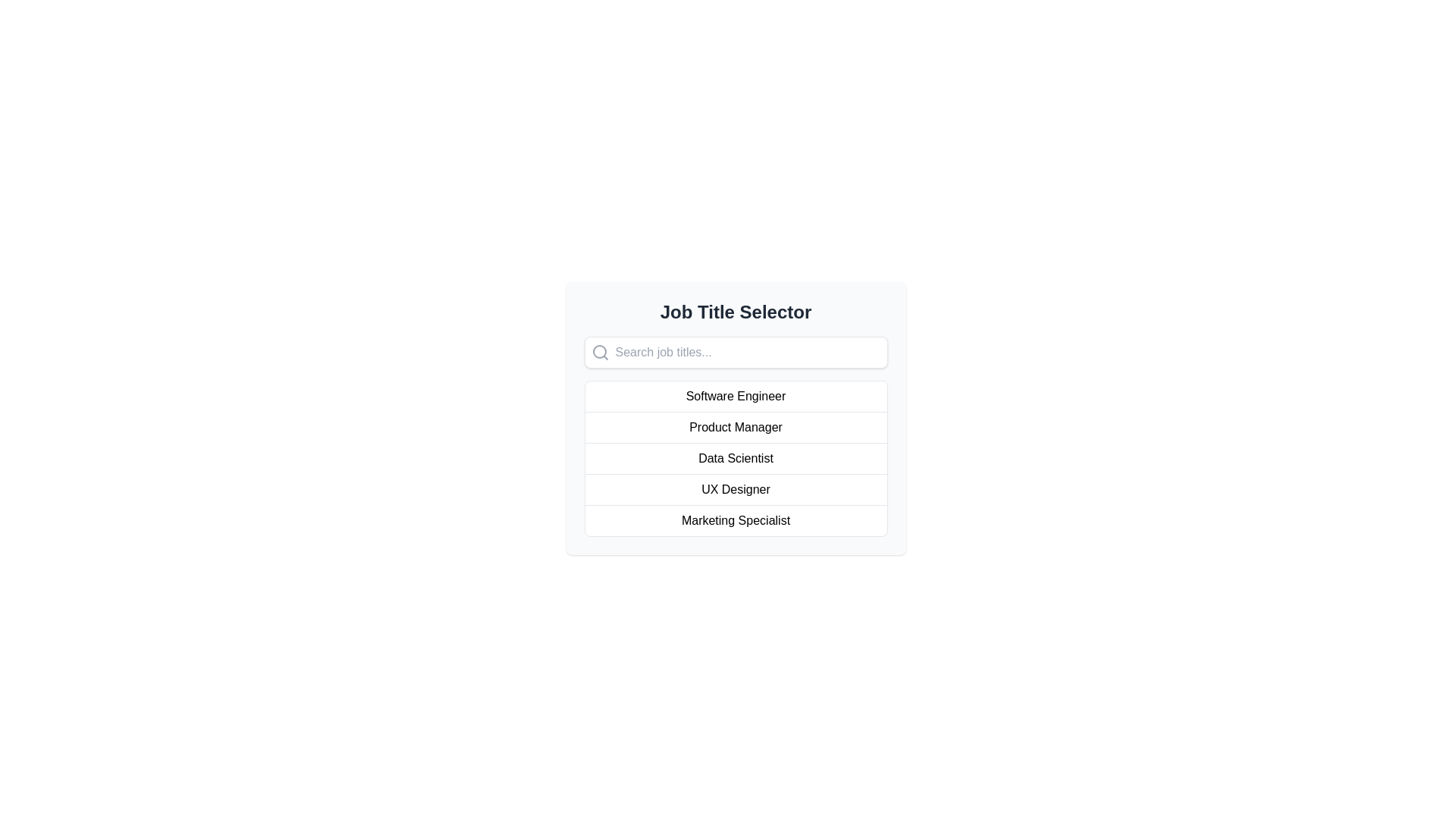 The height and width of the screenshot is (819, 1456). I want to click on to select the 'Product Manager' job title from the second item in the vertical list of job titles, so click(736, 427).